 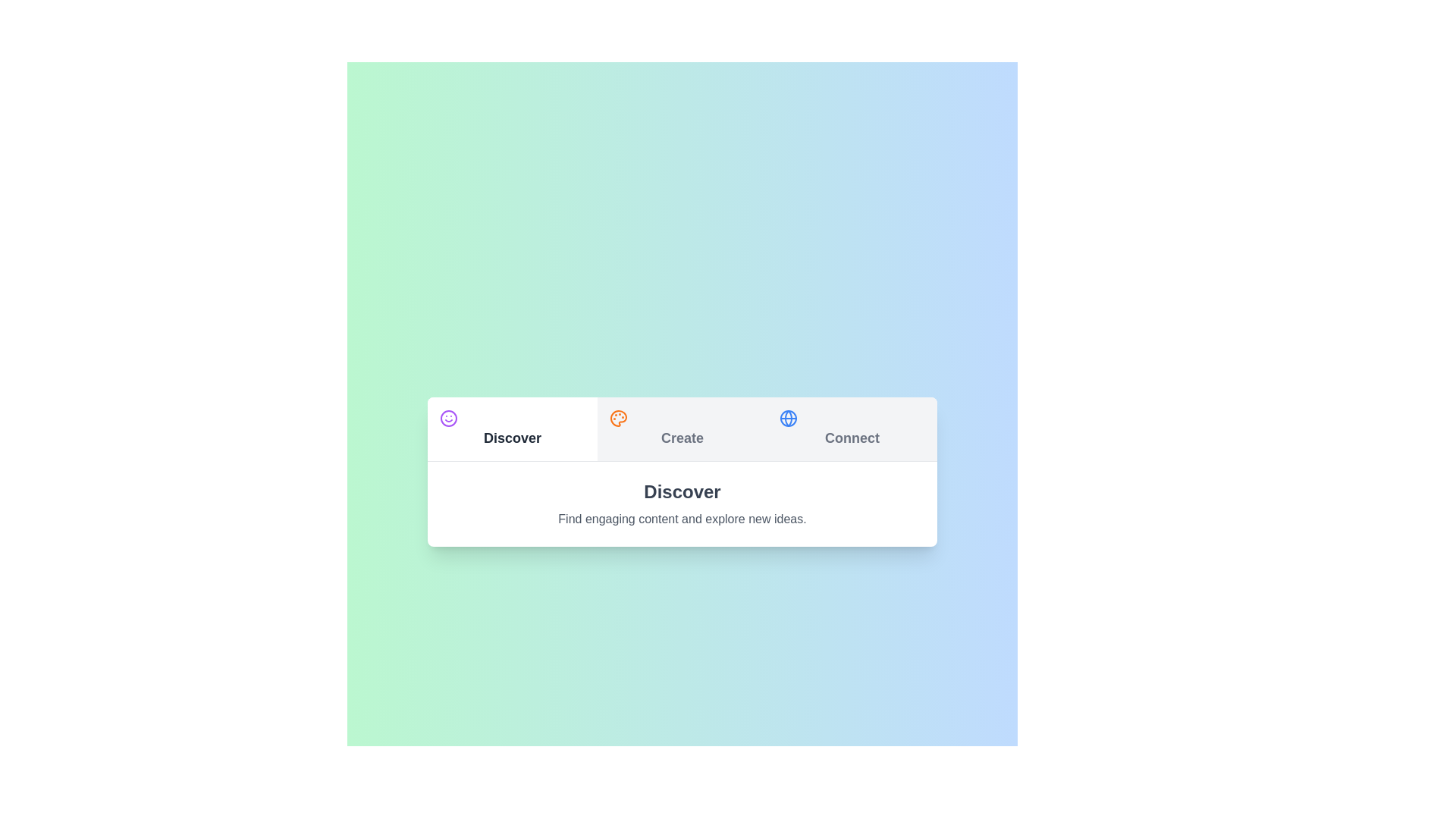 What do you see at coordinates (852, 428) in the screenshot?
I see `the Connect tab to switch content` at bounding box center [852, 428].